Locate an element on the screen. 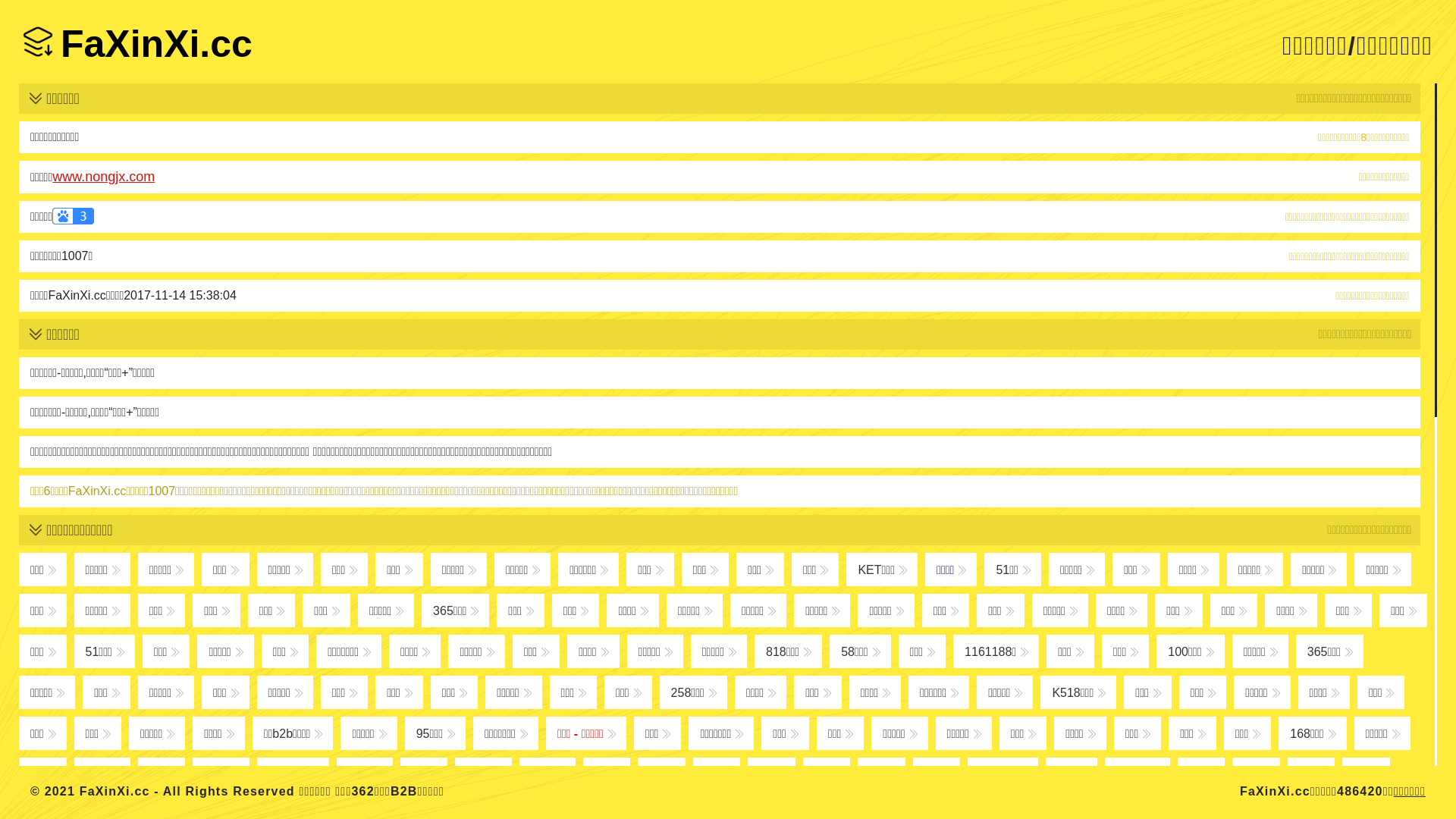 The width and height of the screenshot is (1456, 819). 'FaXinXi.cc' is located at coordinates (137, 42).